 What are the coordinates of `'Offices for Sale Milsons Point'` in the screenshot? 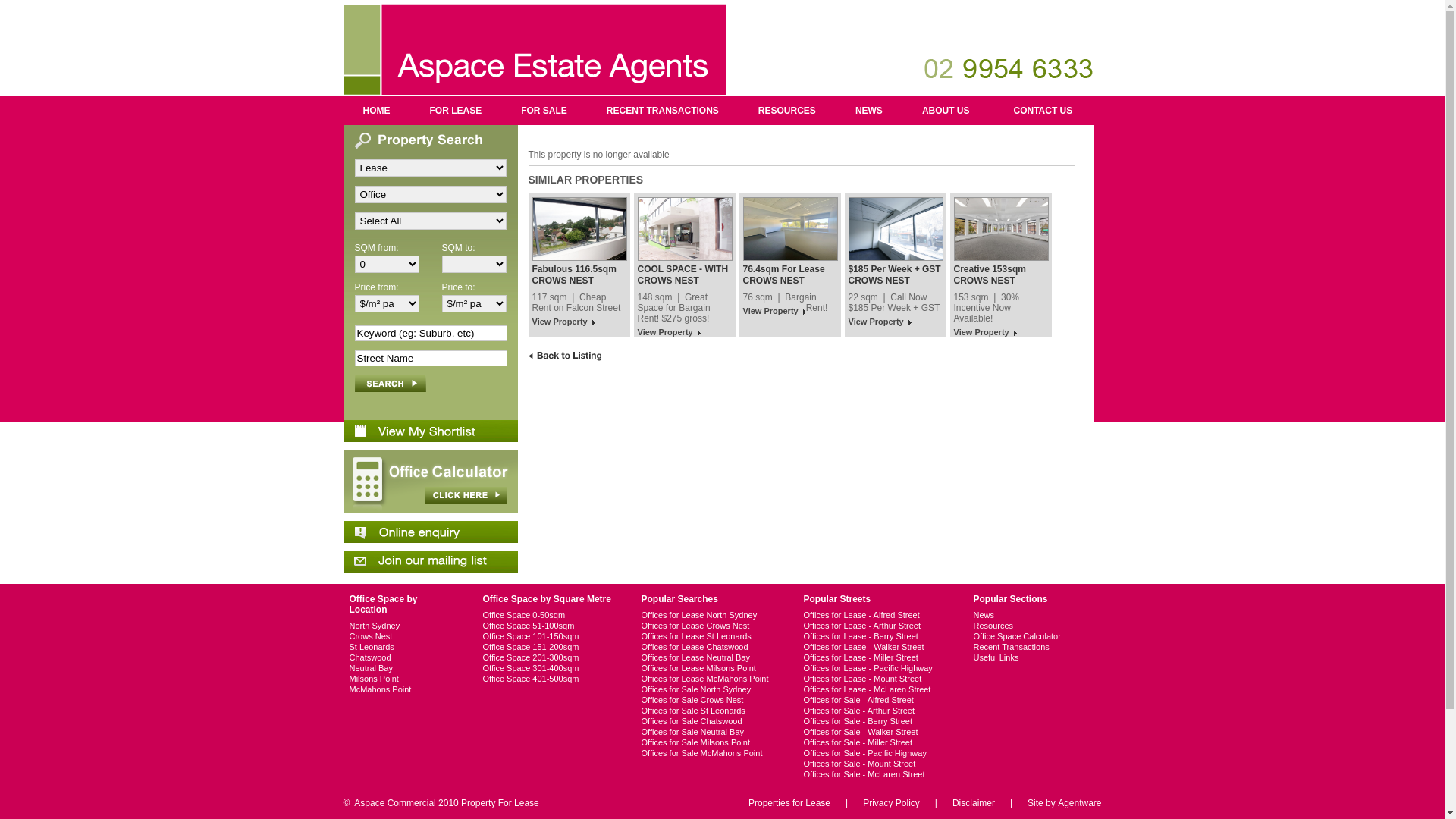 It's located at (641, 742).